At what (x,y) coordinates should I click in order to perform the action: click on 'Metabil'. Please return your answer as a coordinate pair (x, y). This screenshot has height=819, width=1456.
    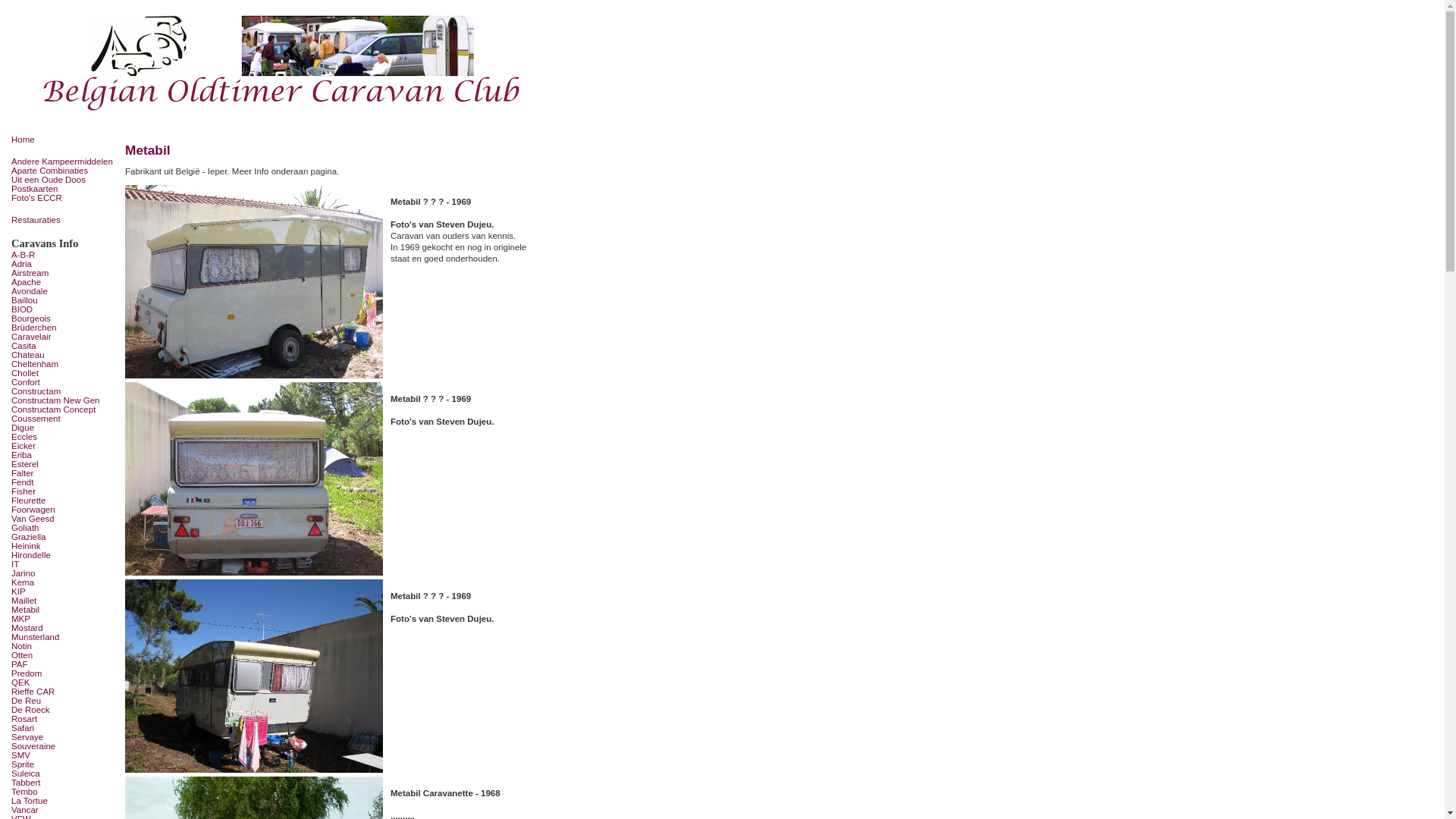
    Looking at the image, I should click on (64, 608).